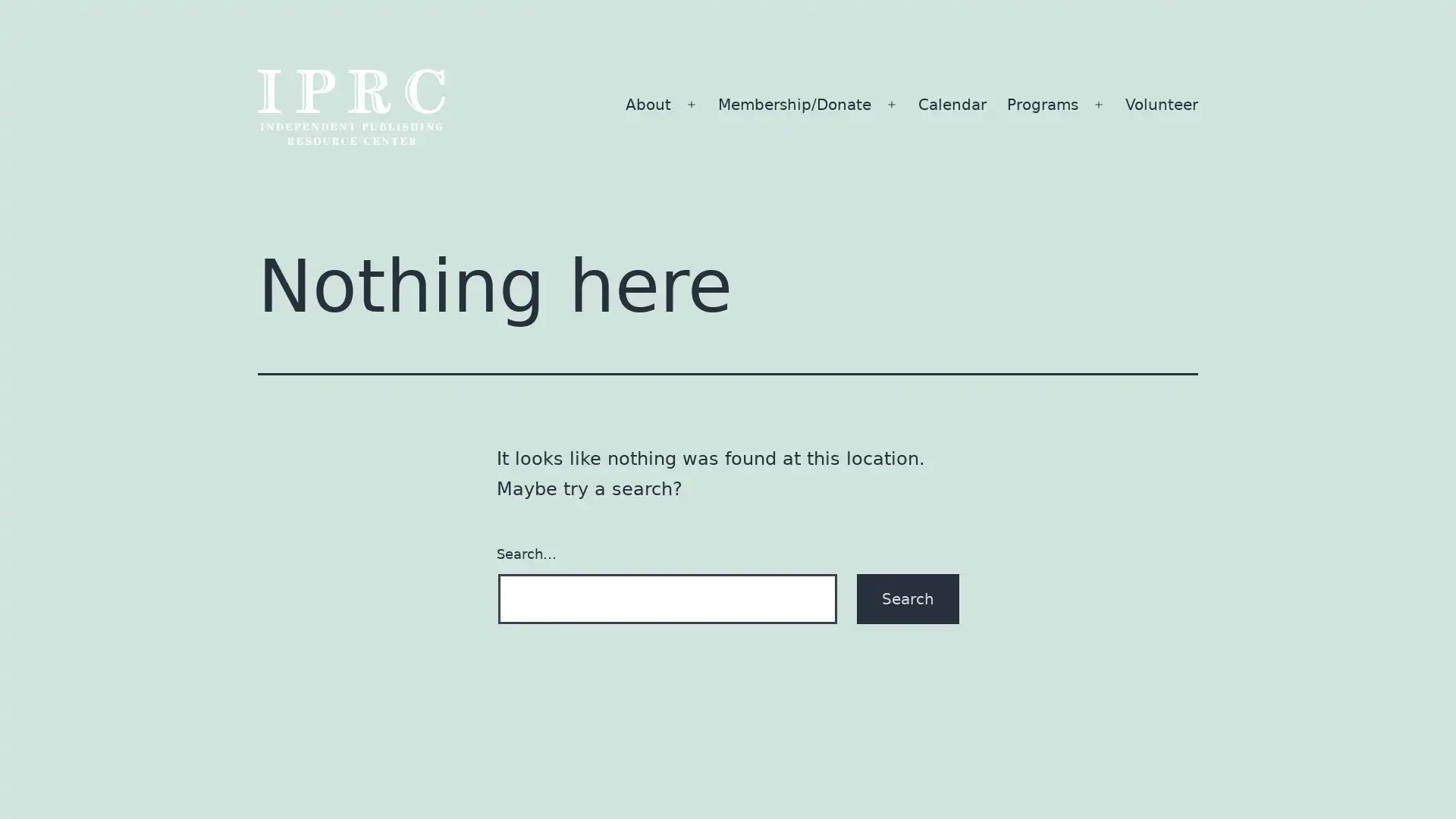 This screenshot has height=819, width=1456. What do you see at coordinates (1098, 104) in the screenshot?
I see `Open menu` at bounding box center [1098, 104].